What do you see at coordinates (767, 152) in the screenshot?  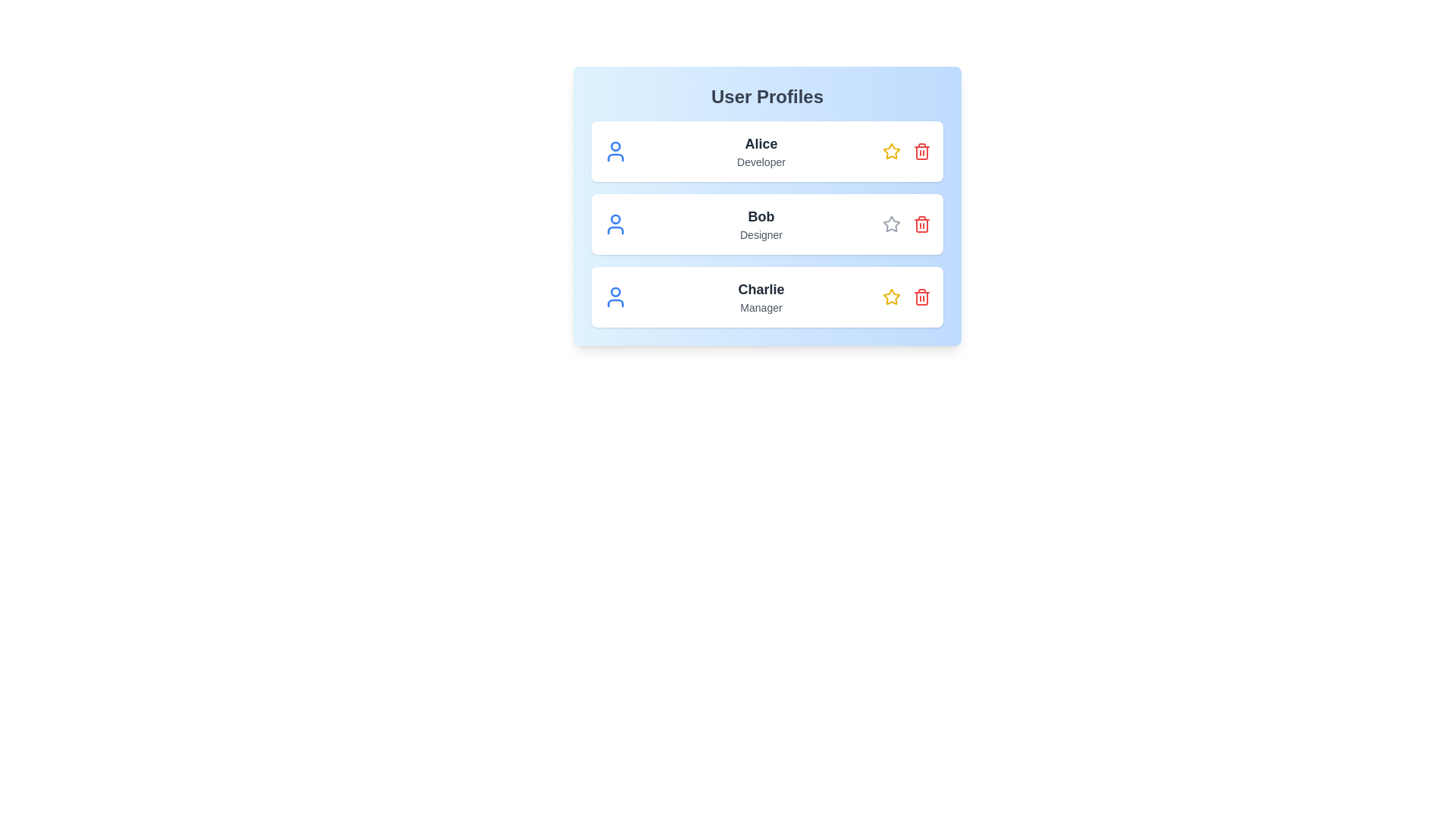 I see `the profile card of Alice to observe the hover effect` at bounding box center [767, 152].